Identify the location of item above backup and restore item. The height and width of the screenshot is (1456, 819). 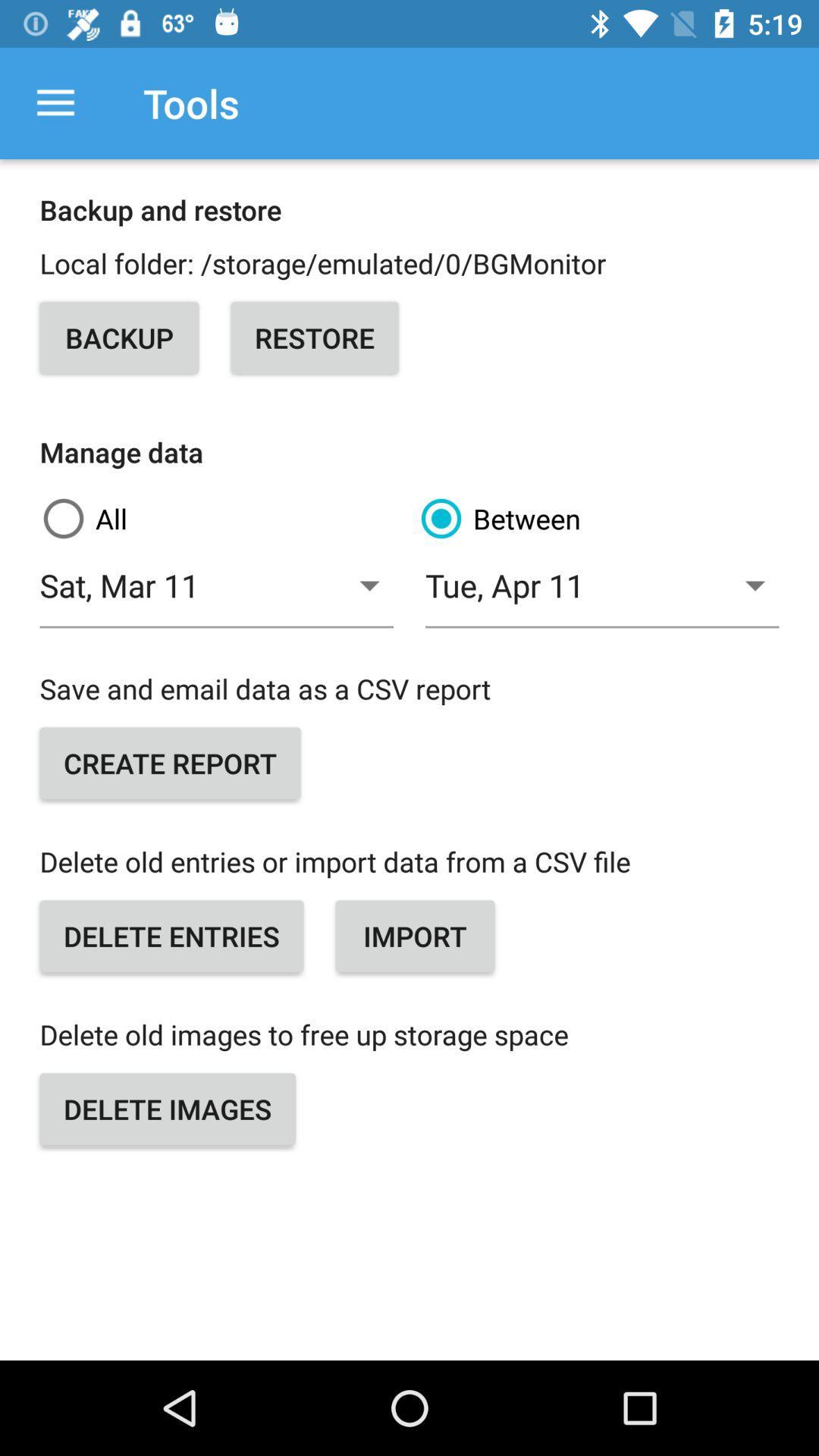
(55, 102).